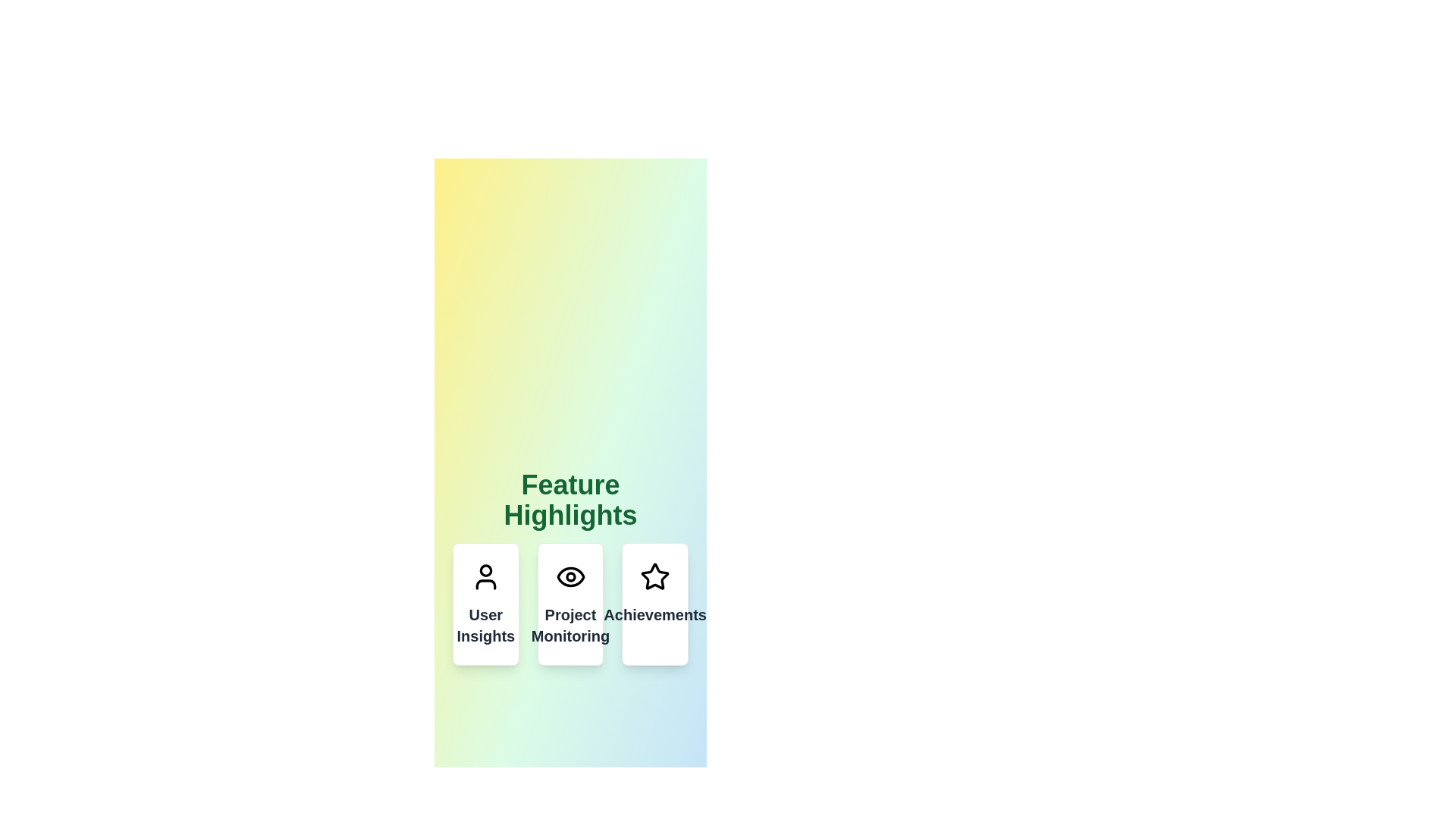 The height and width of the screenshot is (819, 1456). Describe the element at coordinates (655, 576) in the screenshot. I see `the star icon located at the top central section of the 'Achievements' card, which signifies achievements or accolades` at that location.